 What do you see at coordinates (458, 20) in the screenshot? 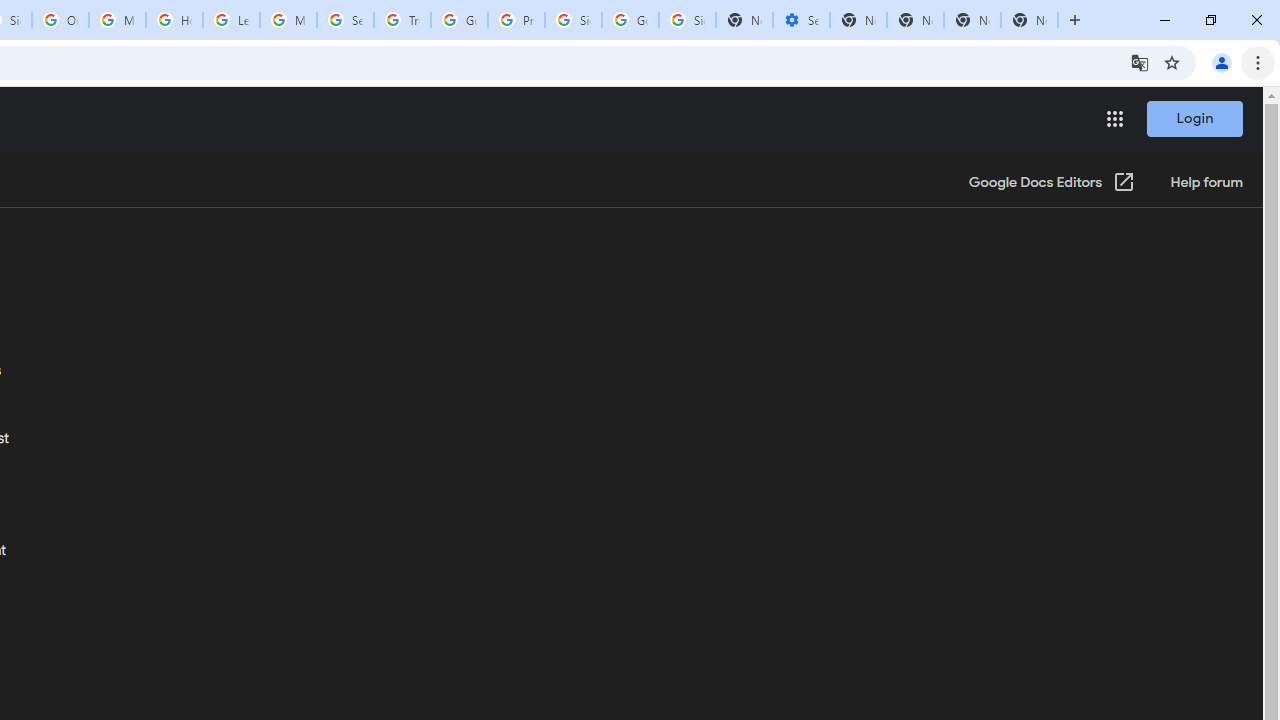
I see `'Google Ads - Sign in'` at bounding box center [458, 20].